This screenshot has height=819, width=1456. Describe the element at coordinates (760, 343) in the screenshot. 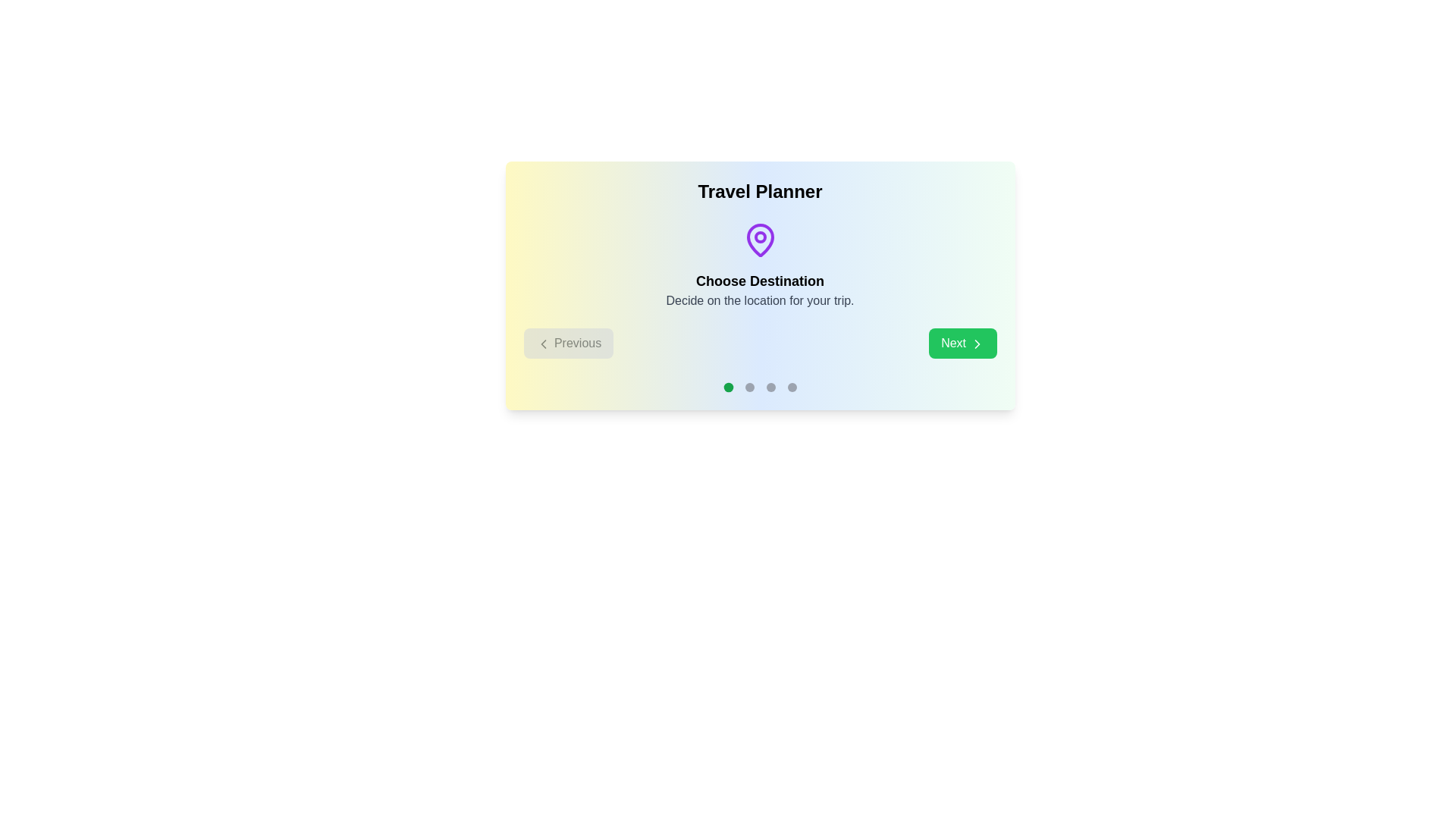

I see `the 'Previous' button in the navigation control of the 'Travel Planner' card` at that location.